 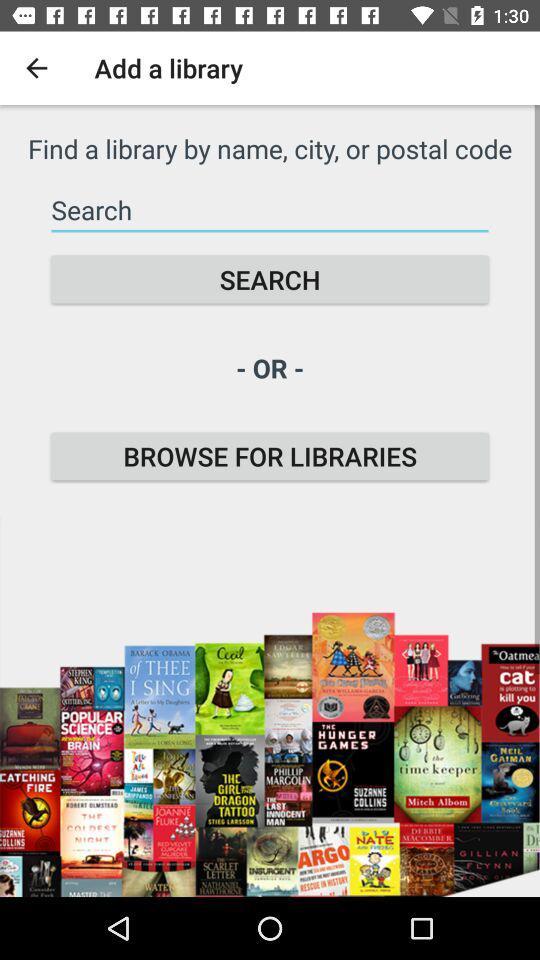 What do you see at coordinates (36, 68) in the screenshot?
I see `the icon to the left of add a library icon` at bounding box center [36, 68].